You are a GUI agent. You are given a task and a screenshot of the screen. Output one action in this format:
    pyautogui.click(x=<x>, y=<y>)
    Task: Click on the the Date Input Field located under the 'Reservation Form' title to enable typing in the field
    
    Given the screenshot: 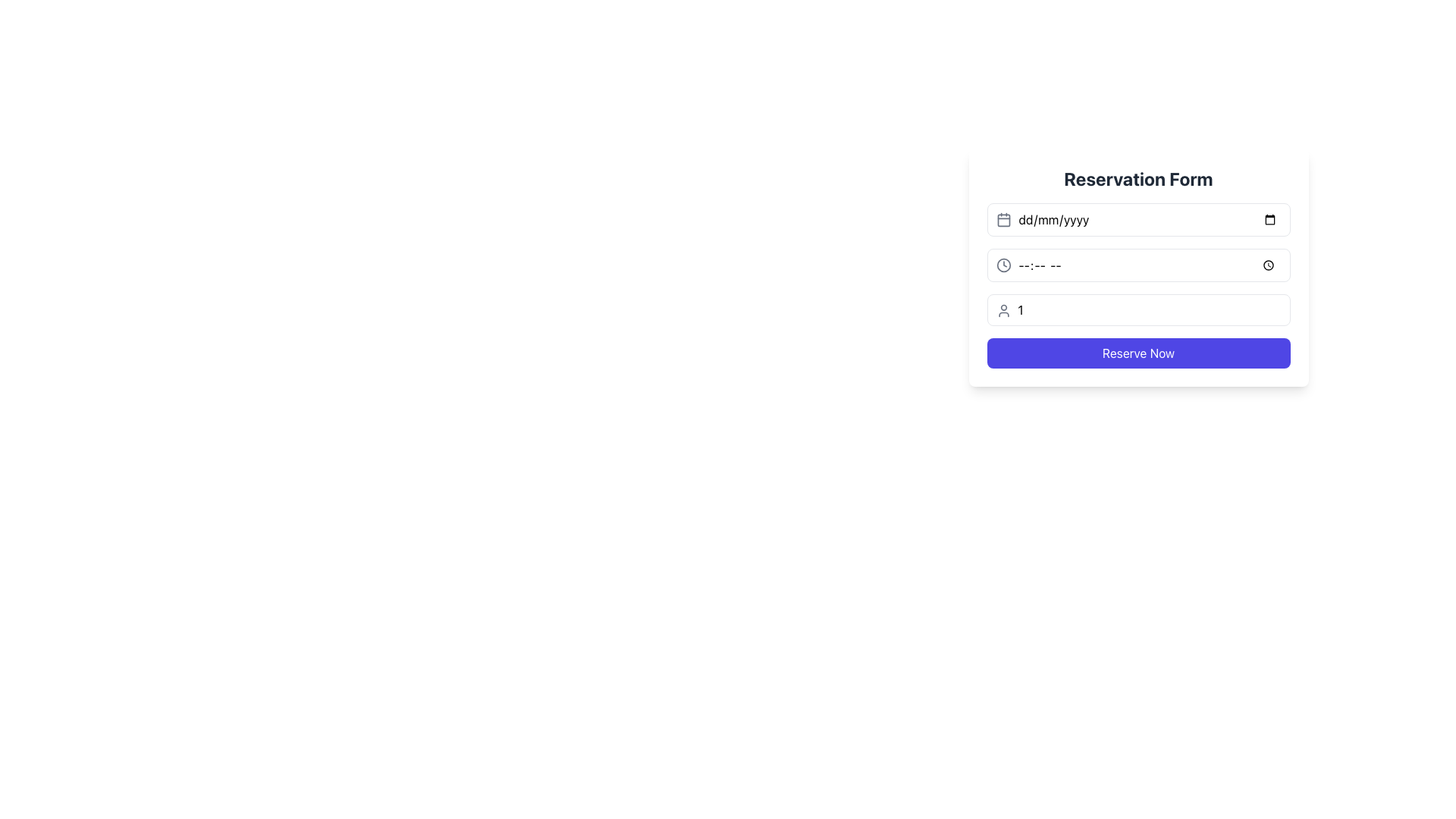 What is the action you would take?
    pyautogui.click(x=1138, y=219)
    